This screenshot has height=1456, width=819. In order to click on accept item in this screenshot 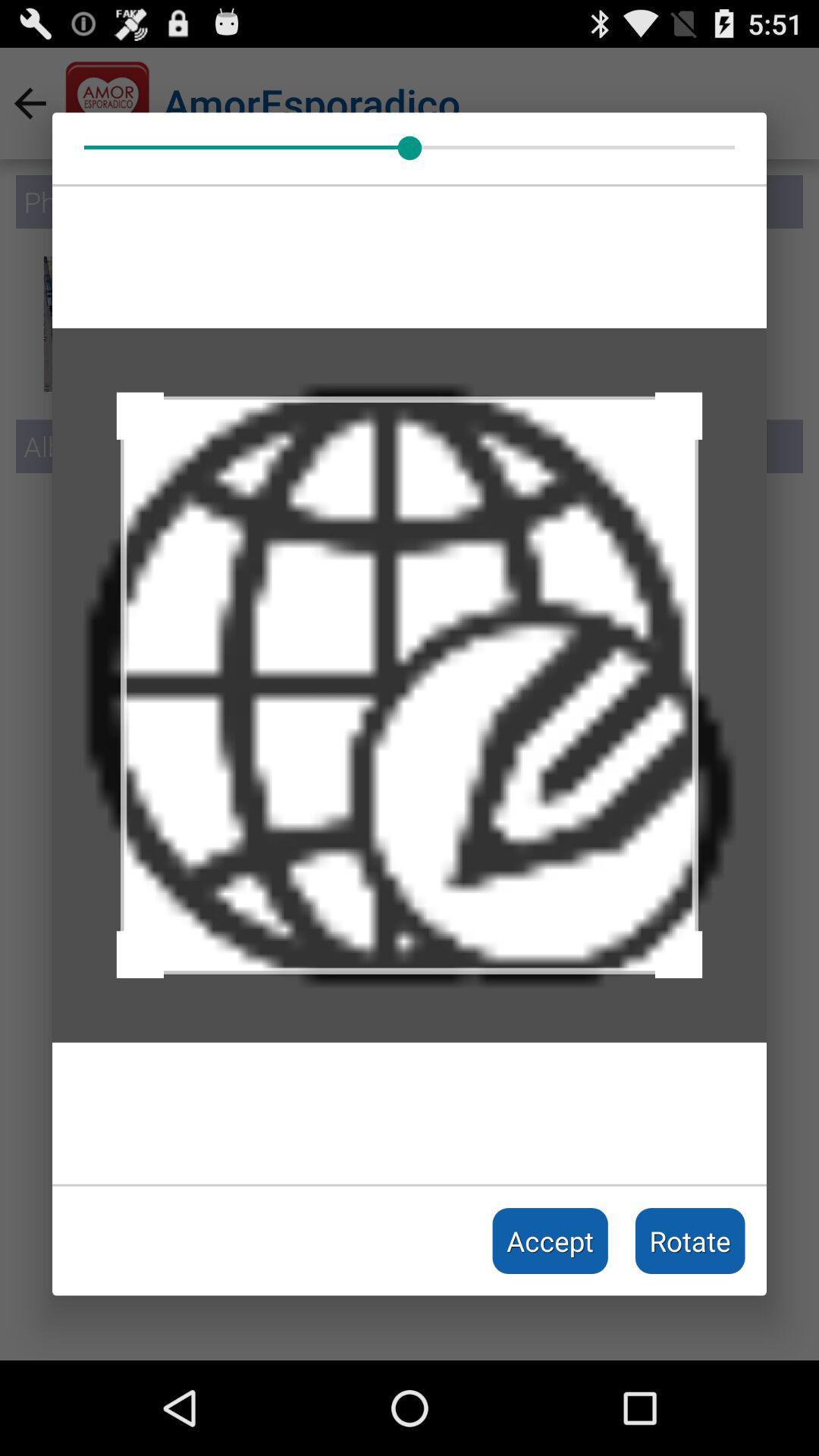, I will do `click(550, 1241)`.